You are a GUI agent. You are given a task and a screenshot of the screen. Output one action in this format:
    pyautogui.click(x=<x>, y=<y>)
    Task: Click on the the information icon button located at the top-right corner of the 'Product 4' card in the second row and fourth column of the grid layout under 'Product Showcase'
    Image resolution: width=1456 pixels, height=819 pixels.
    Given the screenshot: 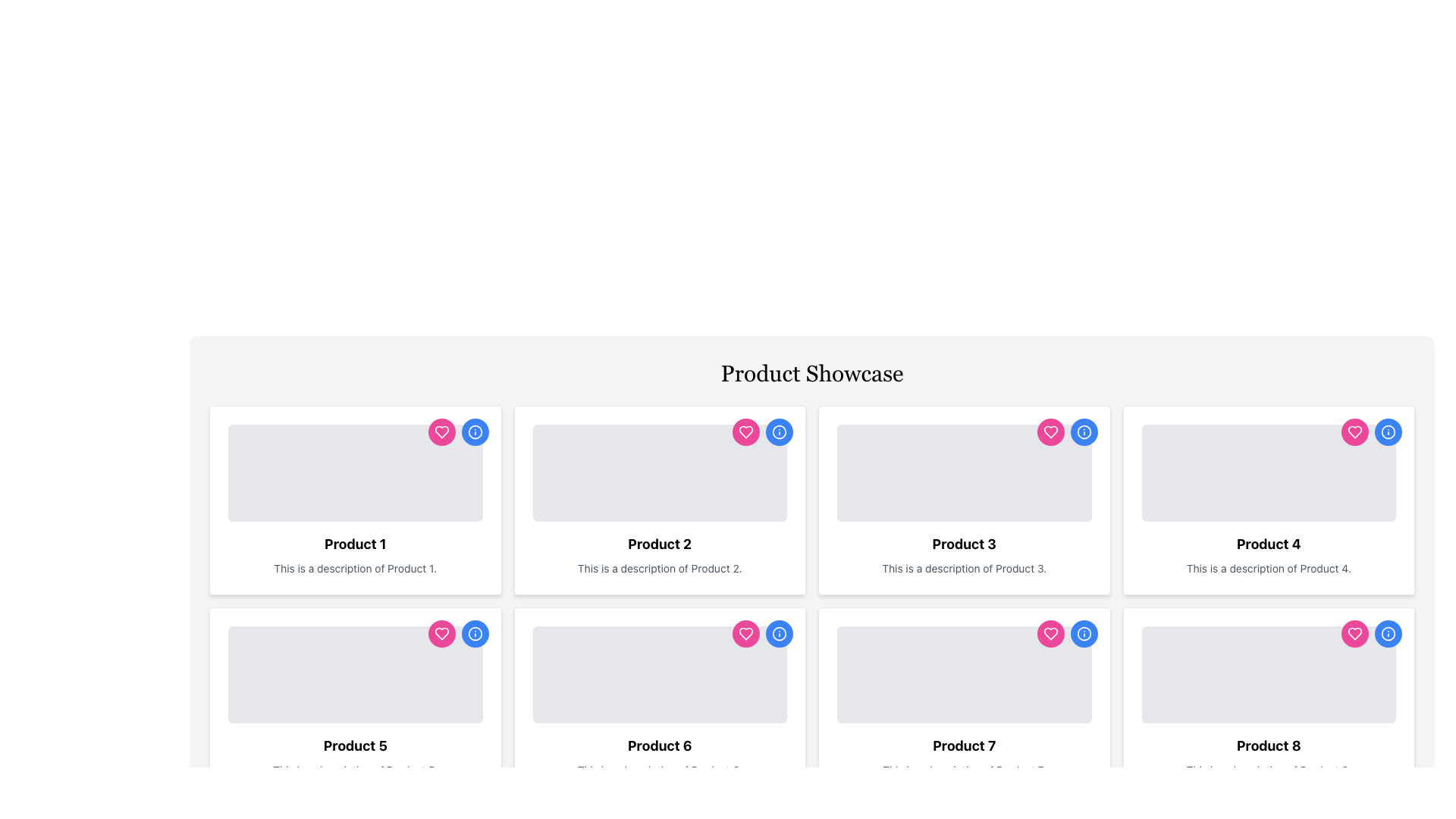 What is the action you would take?
    pyautogui.click(x=1388, y=432)
    